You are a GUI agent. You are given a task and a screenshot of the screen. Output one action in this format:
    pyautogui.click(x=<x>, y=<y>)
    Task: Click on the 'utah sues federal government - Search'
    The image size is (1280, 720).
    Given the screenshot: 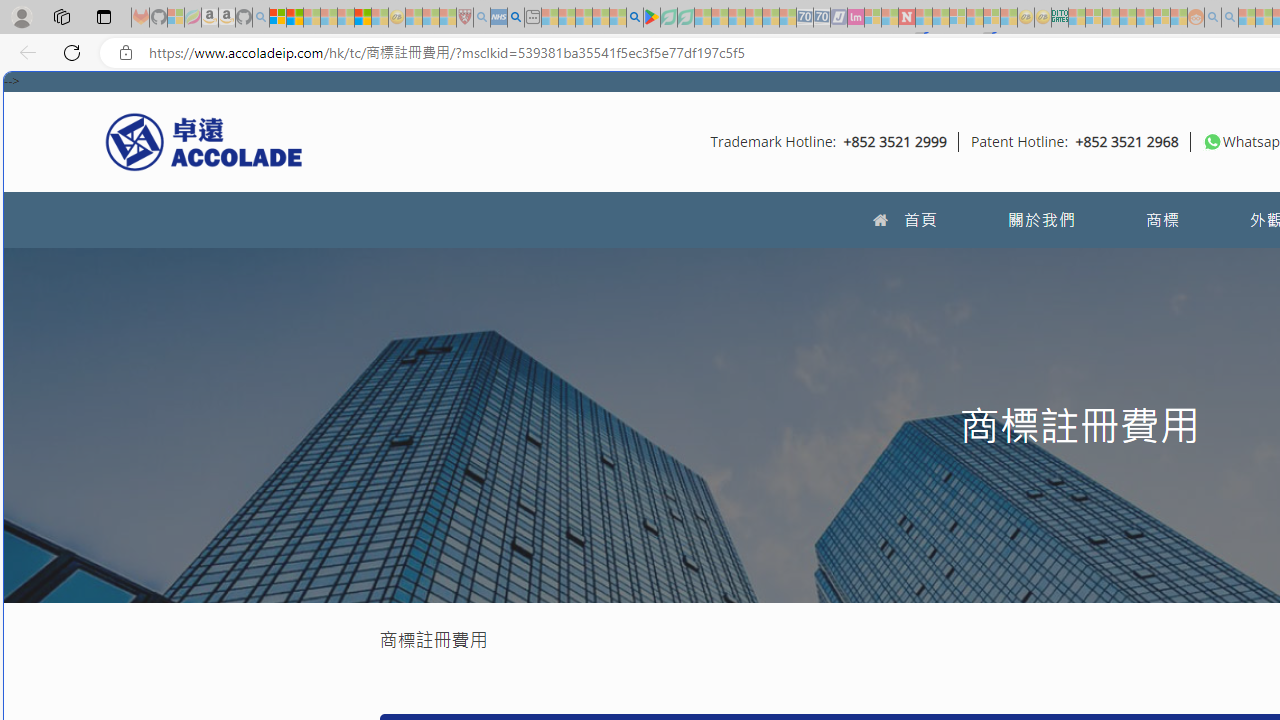 What is the action you would take?
    pyautogui.click(x=515, y=17)
    